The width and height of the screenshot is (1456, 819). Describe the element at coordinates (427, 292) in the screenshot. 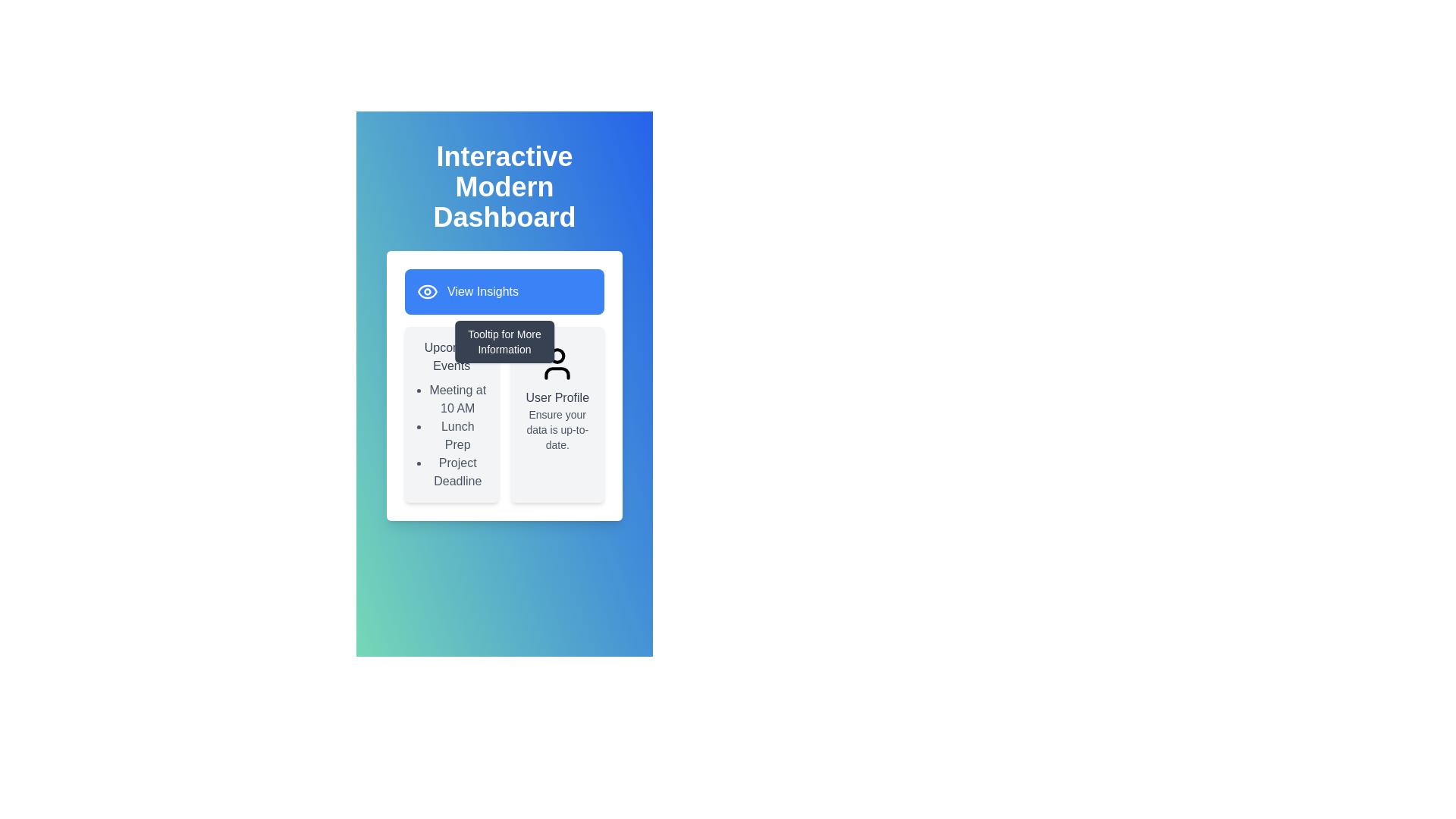

I see `the eye icon that represents the 'View Insights' action, located to the left of the text label on the button at the upper left of the dashboard card with a blue background` at that location.